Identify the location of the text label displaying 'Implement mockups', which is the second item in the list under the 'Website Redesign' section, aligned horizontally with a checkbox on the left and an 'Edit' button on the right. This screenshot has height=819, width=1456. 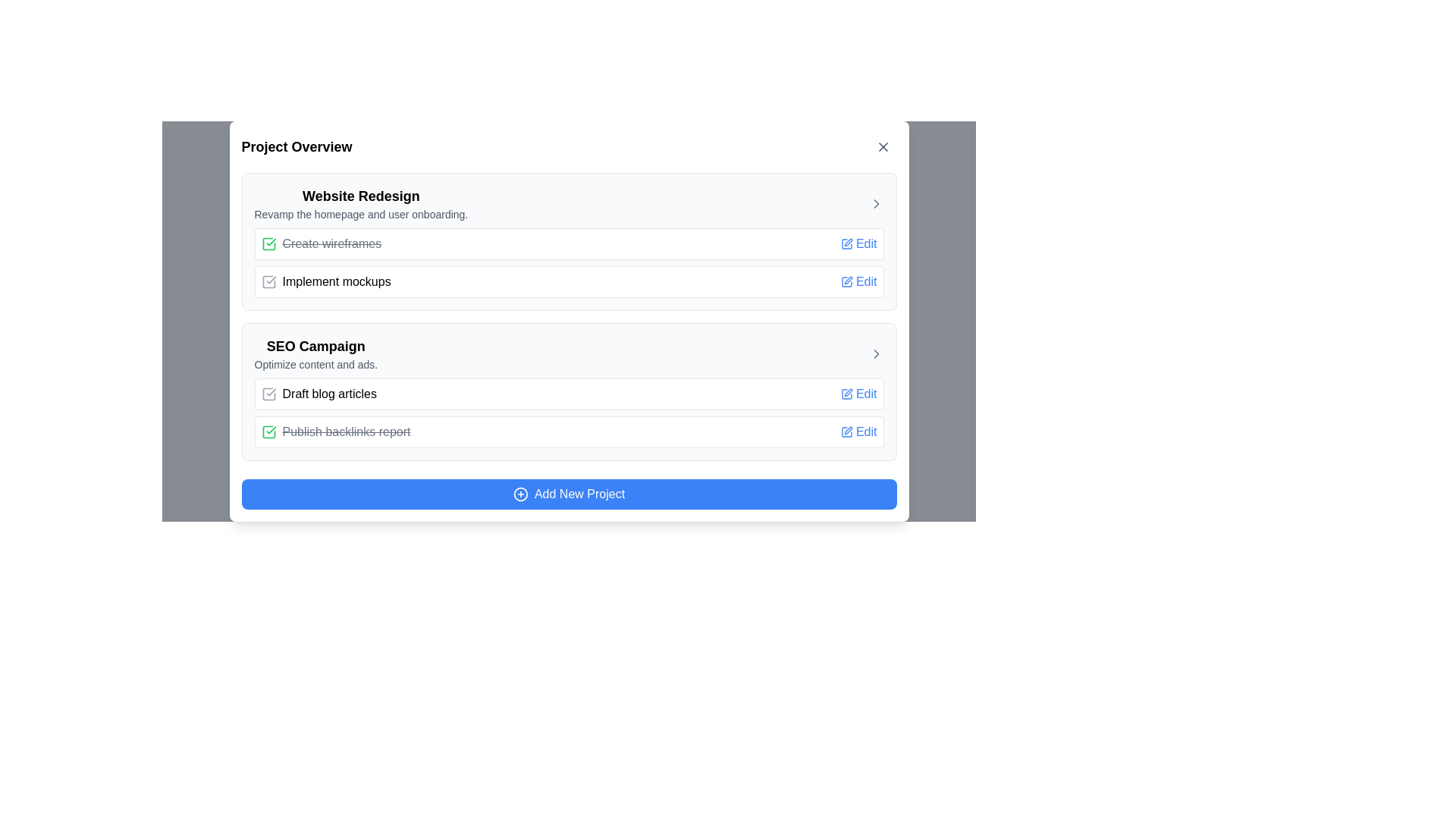
(336, 281).